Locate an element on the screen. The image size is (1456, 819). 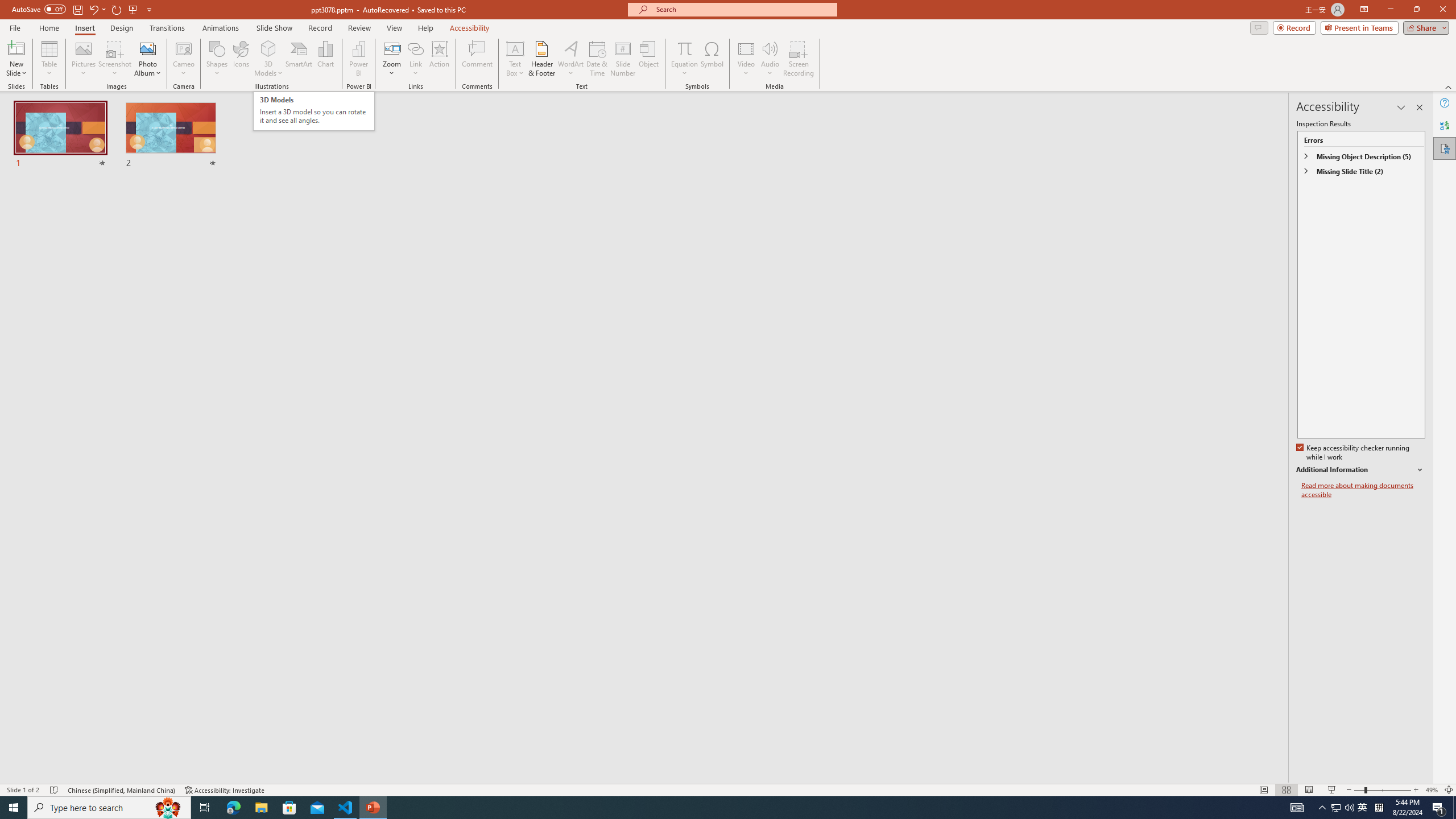
'Comment' is located at coordinates (476, 59).